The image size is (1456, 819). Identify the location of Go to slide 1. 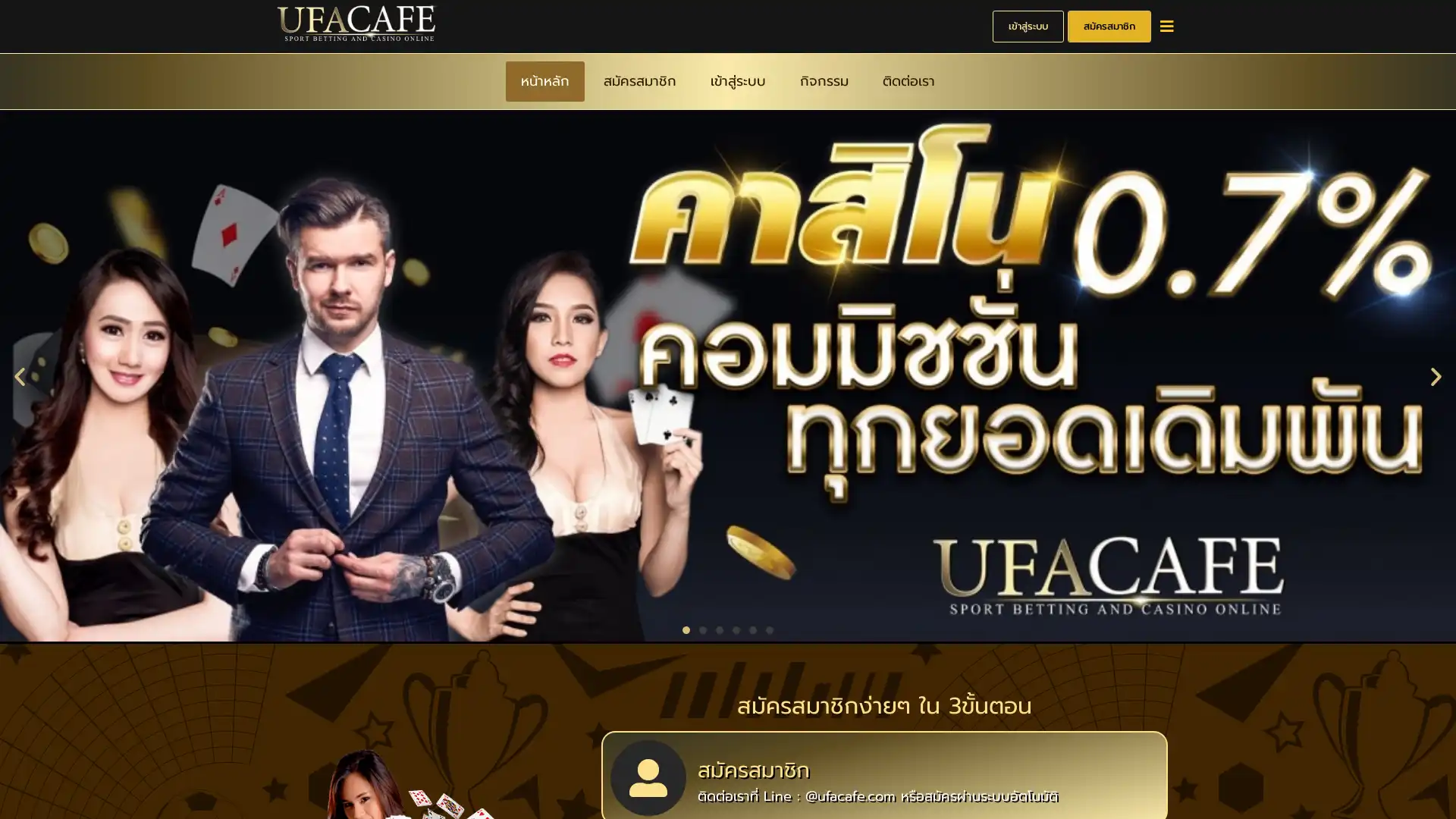
(686, 628).